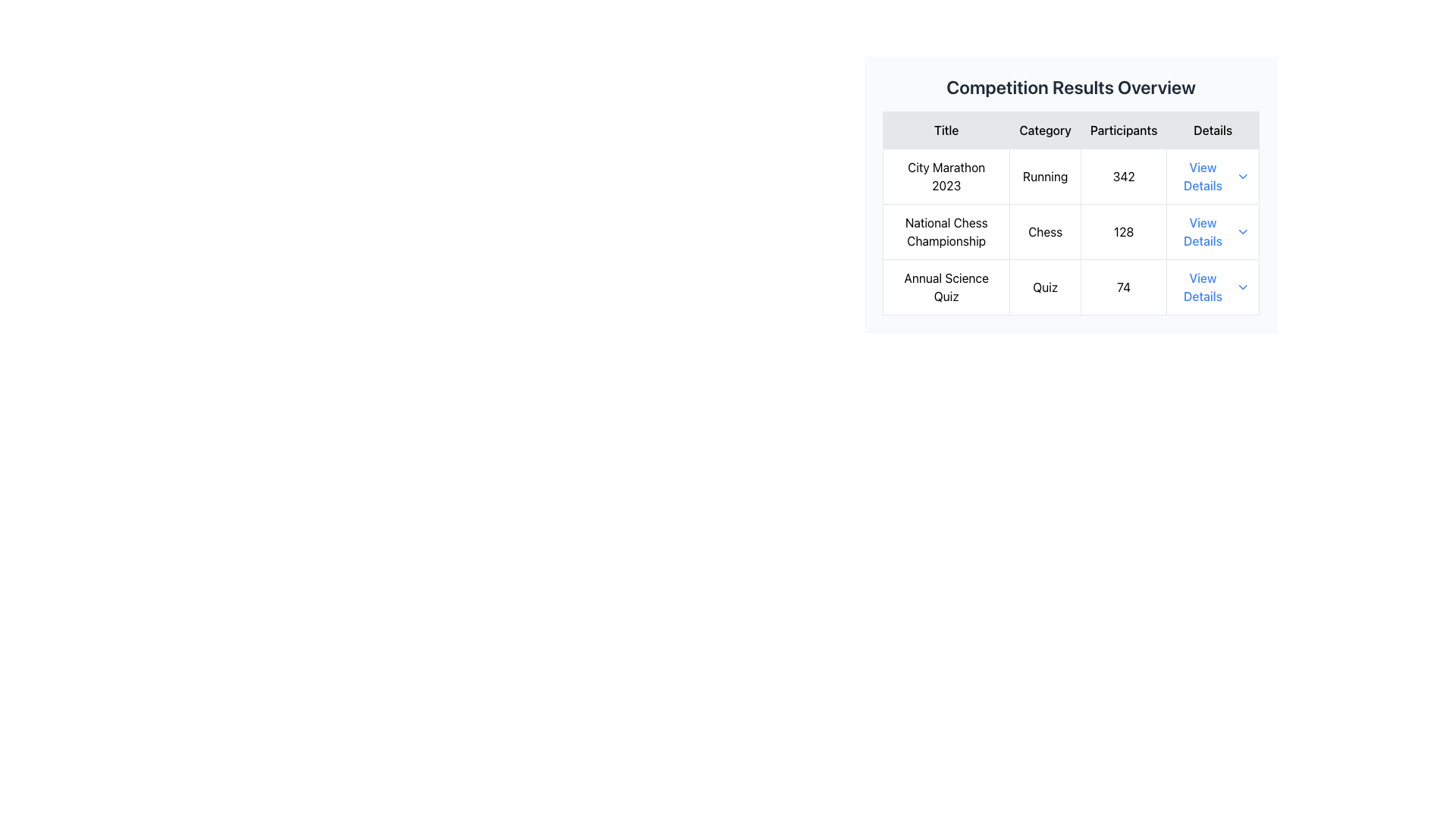 The height and width of the screenshot is (819, 1456). What do you see at coordinates (1070, 231) in the screenshot?
I see `the second row in the competition results table displaying 'National Chess Championship'` at bounding box center [1070, 231].